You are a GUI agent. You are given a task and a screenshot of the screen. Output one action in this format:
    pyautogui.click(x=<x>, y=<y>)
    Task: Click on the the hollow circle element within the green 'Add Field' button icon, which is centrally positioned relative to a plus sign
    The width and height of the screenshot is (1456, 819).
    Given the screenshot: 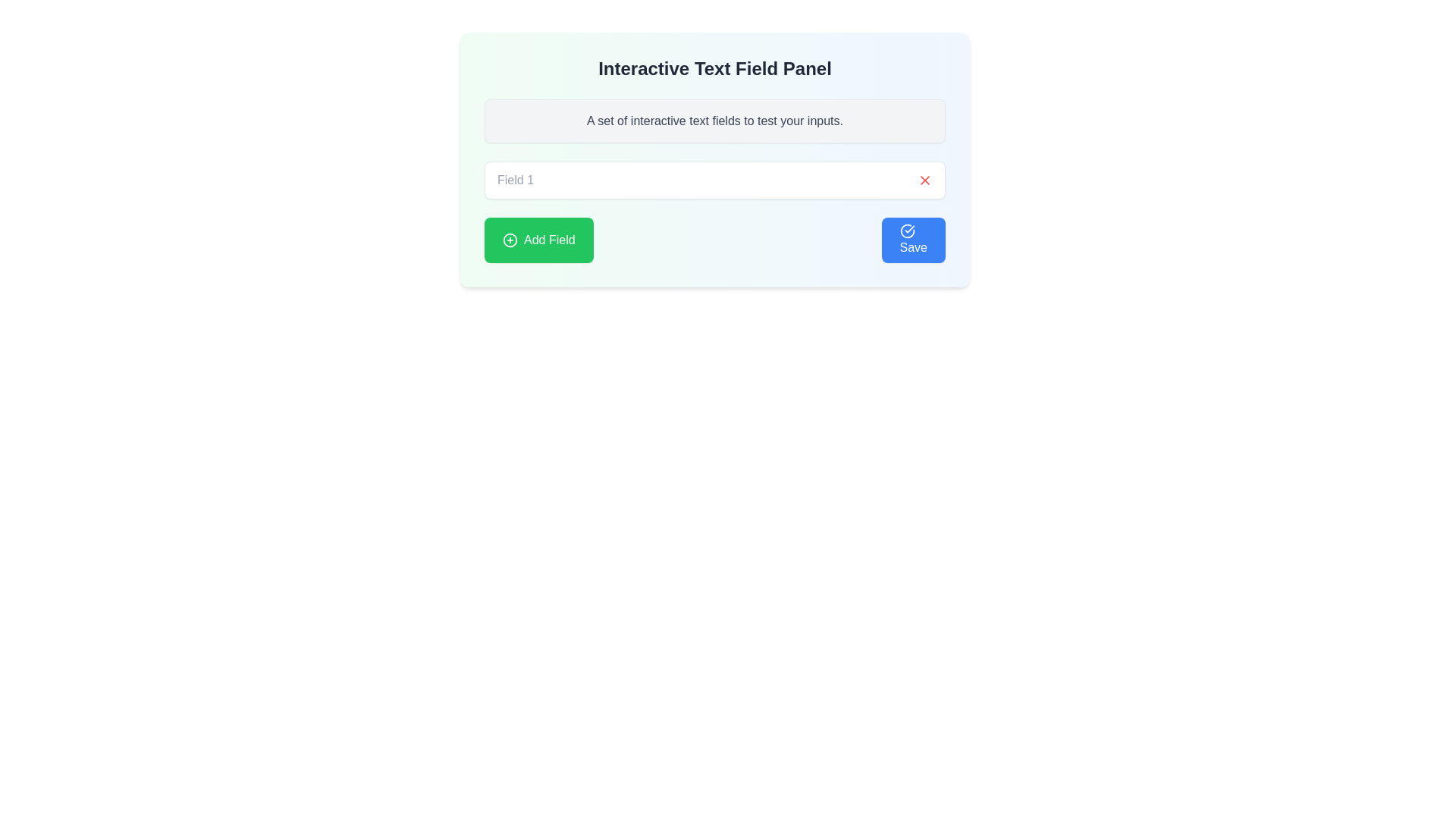 What is the action you would take?
    pyautogui.click(x=510, y=239)
    